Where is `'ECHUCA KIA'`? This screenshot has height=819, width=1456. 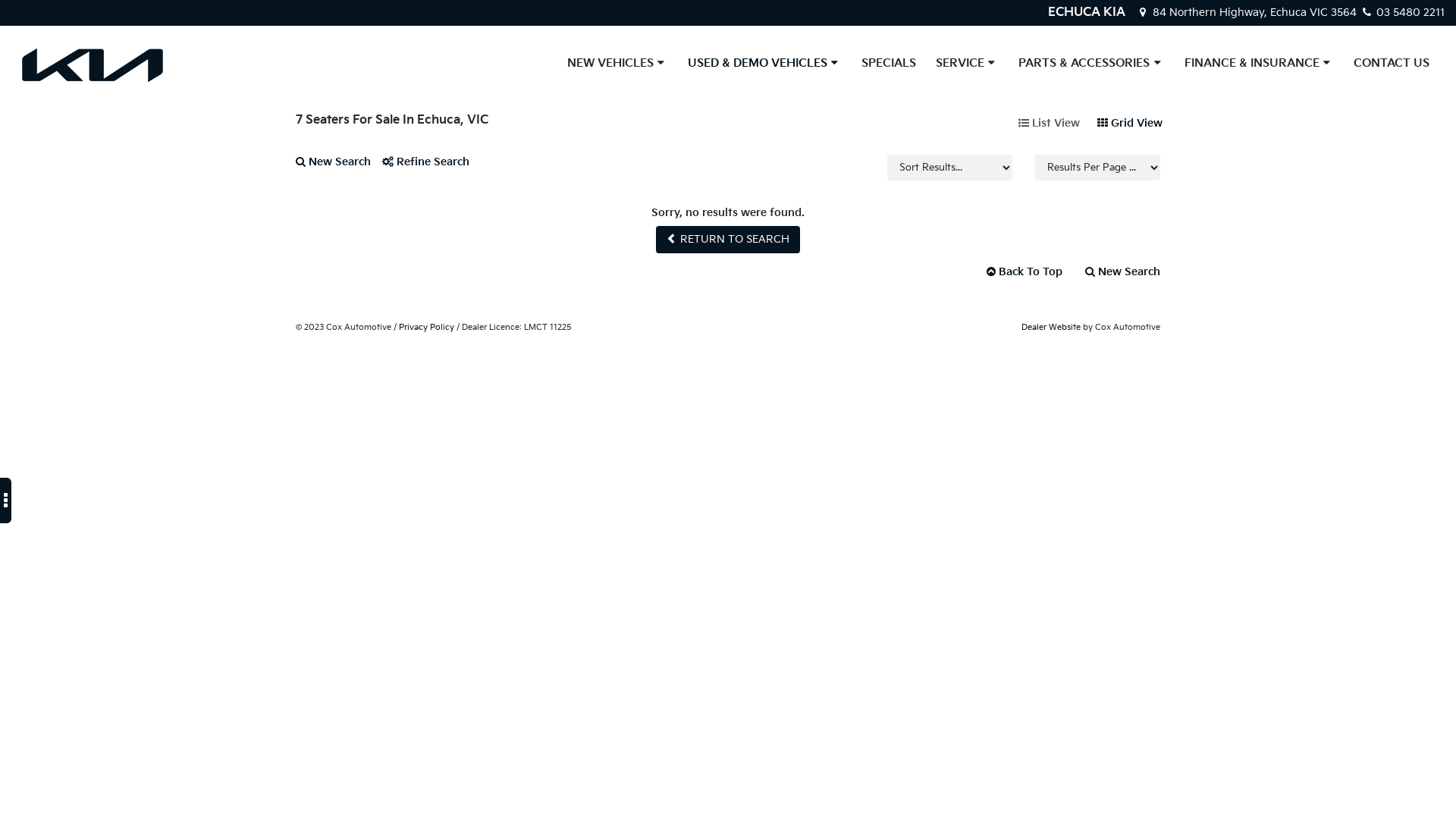 'ECHUCA KIA' is located at coordinates (1086, 12).